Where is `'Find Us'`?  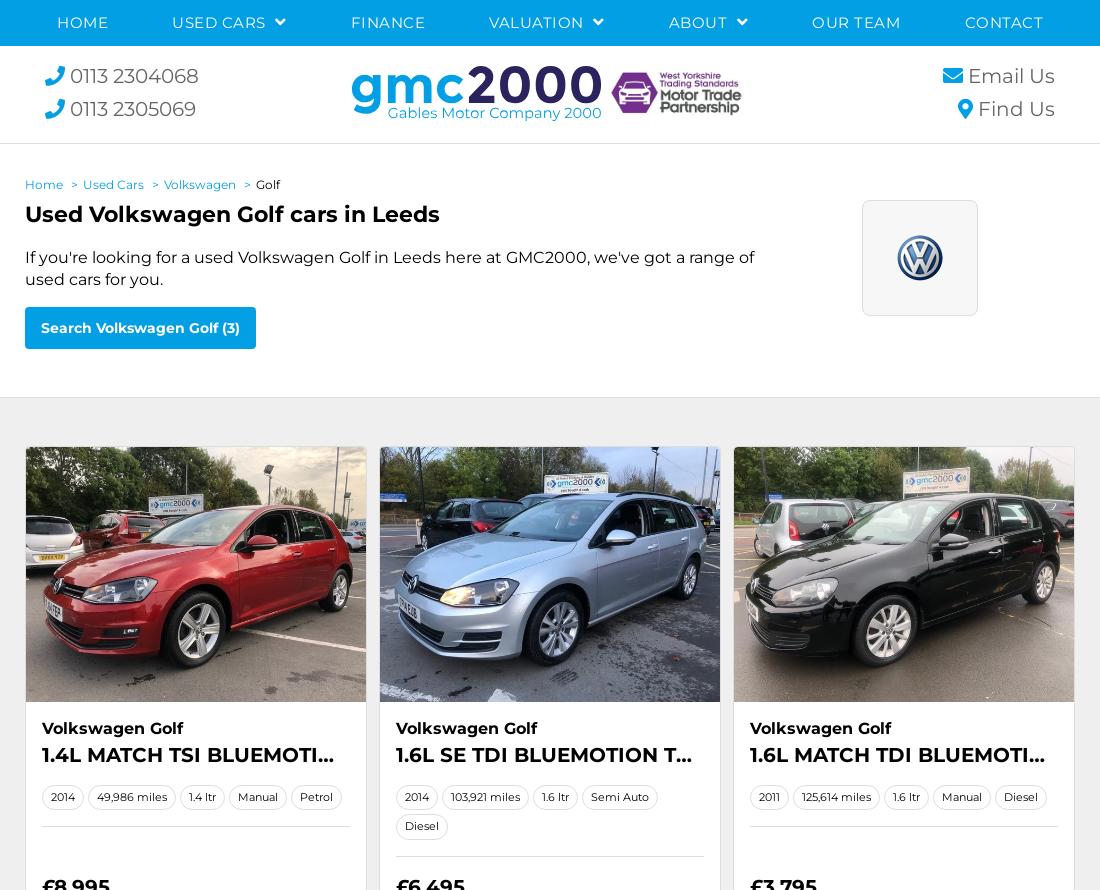
'Find Us' is located at coordinates (1015, 108).